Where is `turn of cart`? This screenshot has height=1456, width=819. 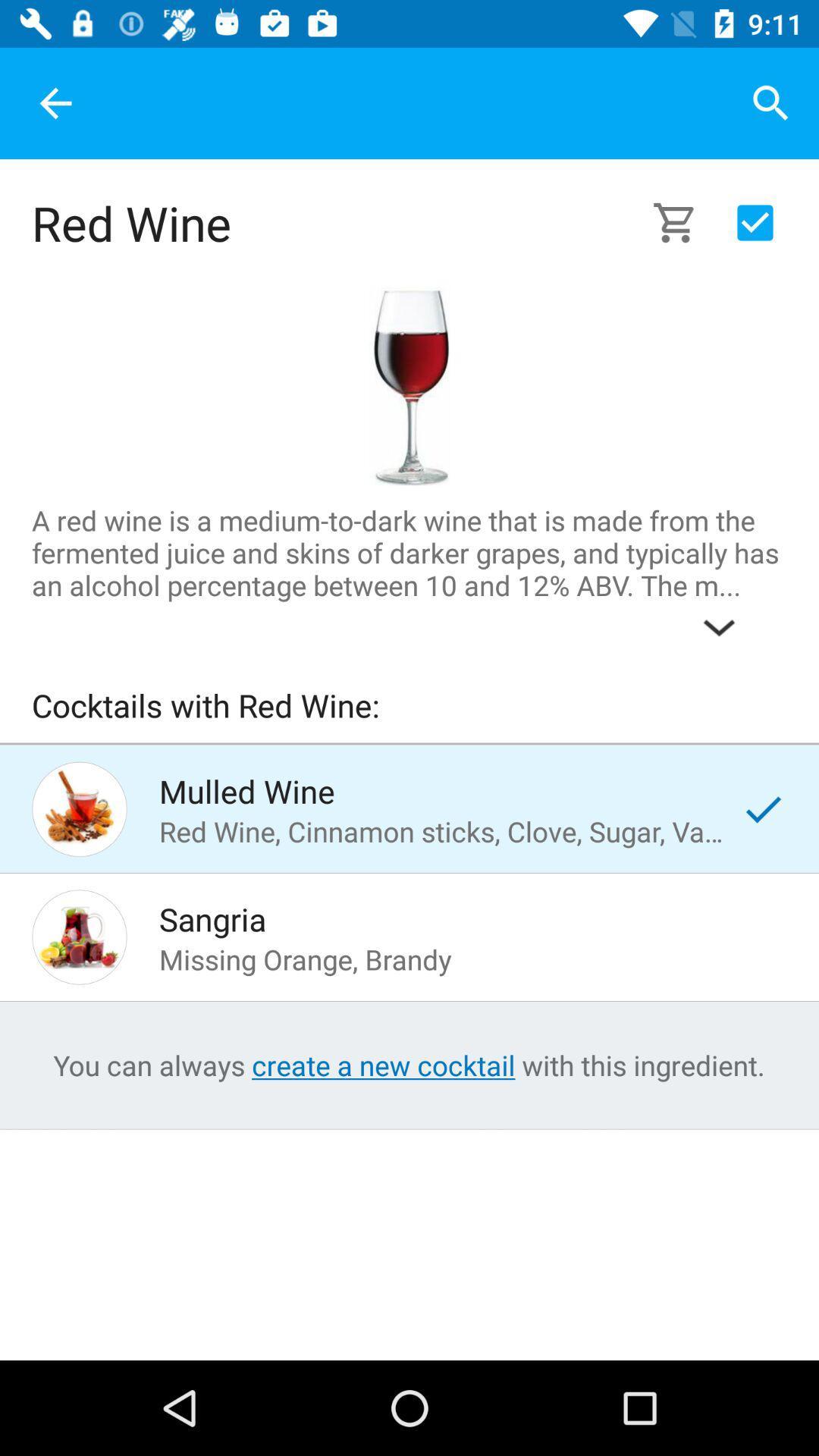 turn of cart is located at coordinates (755, 221).